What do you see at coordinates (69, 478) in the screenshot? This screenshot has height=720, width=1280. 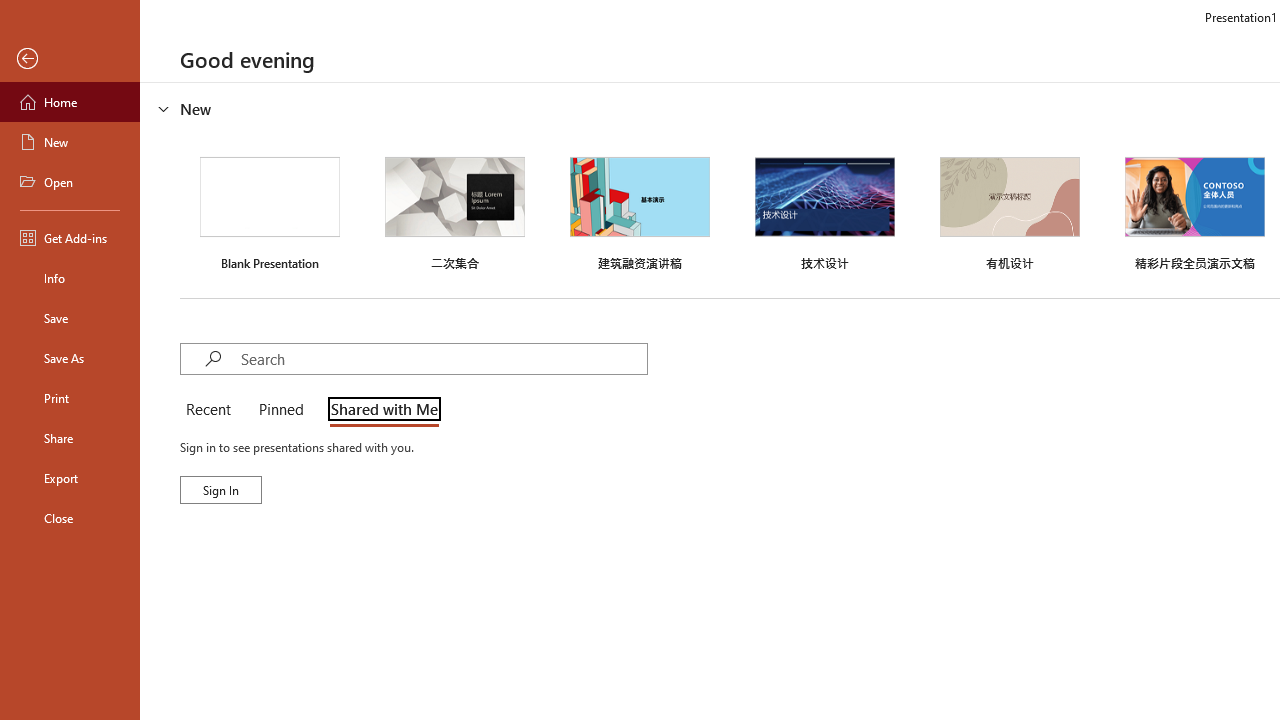 I see `'Export'` at bounding box center [69, 478].